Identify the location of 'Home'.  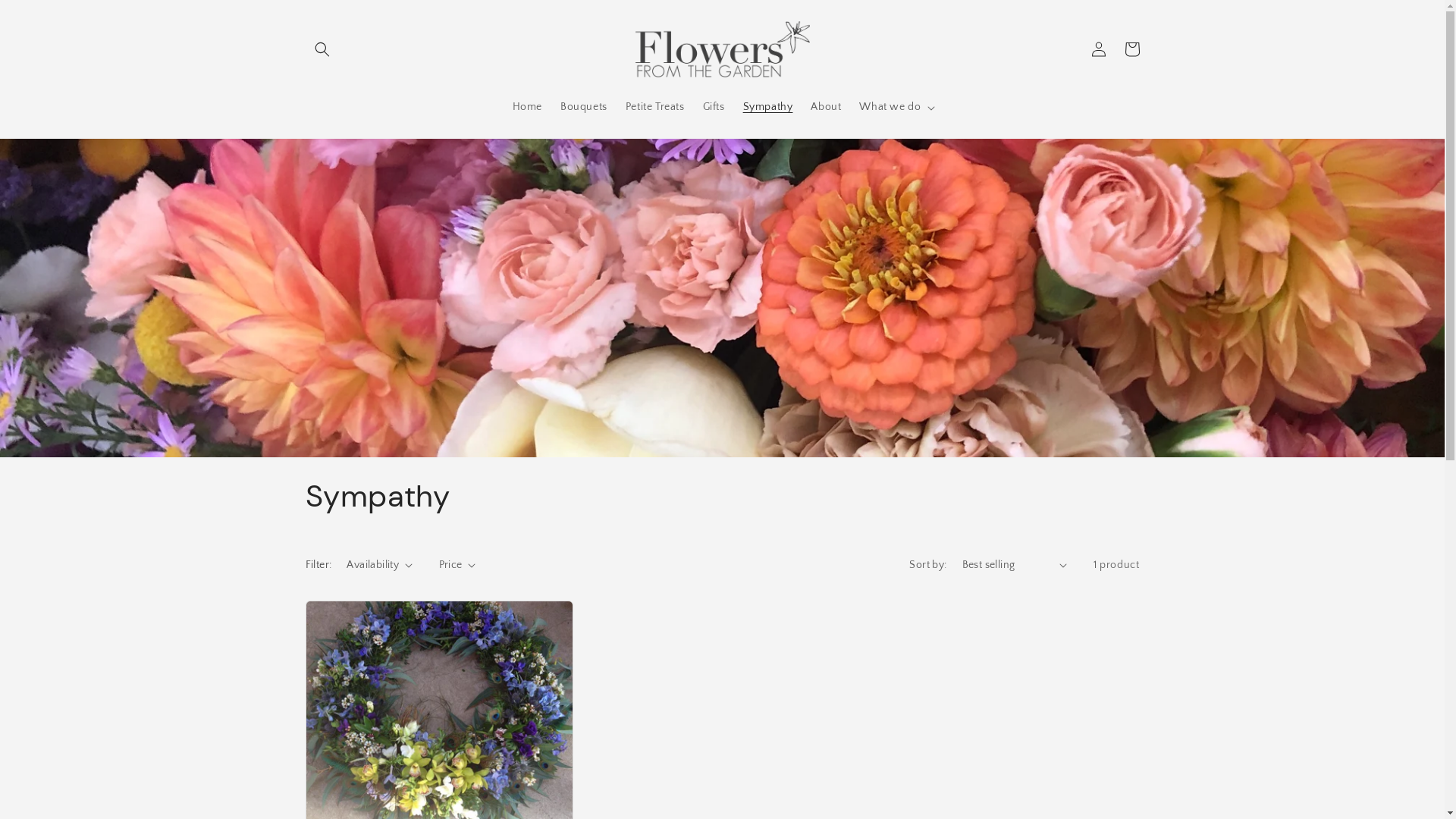
(527, 106).